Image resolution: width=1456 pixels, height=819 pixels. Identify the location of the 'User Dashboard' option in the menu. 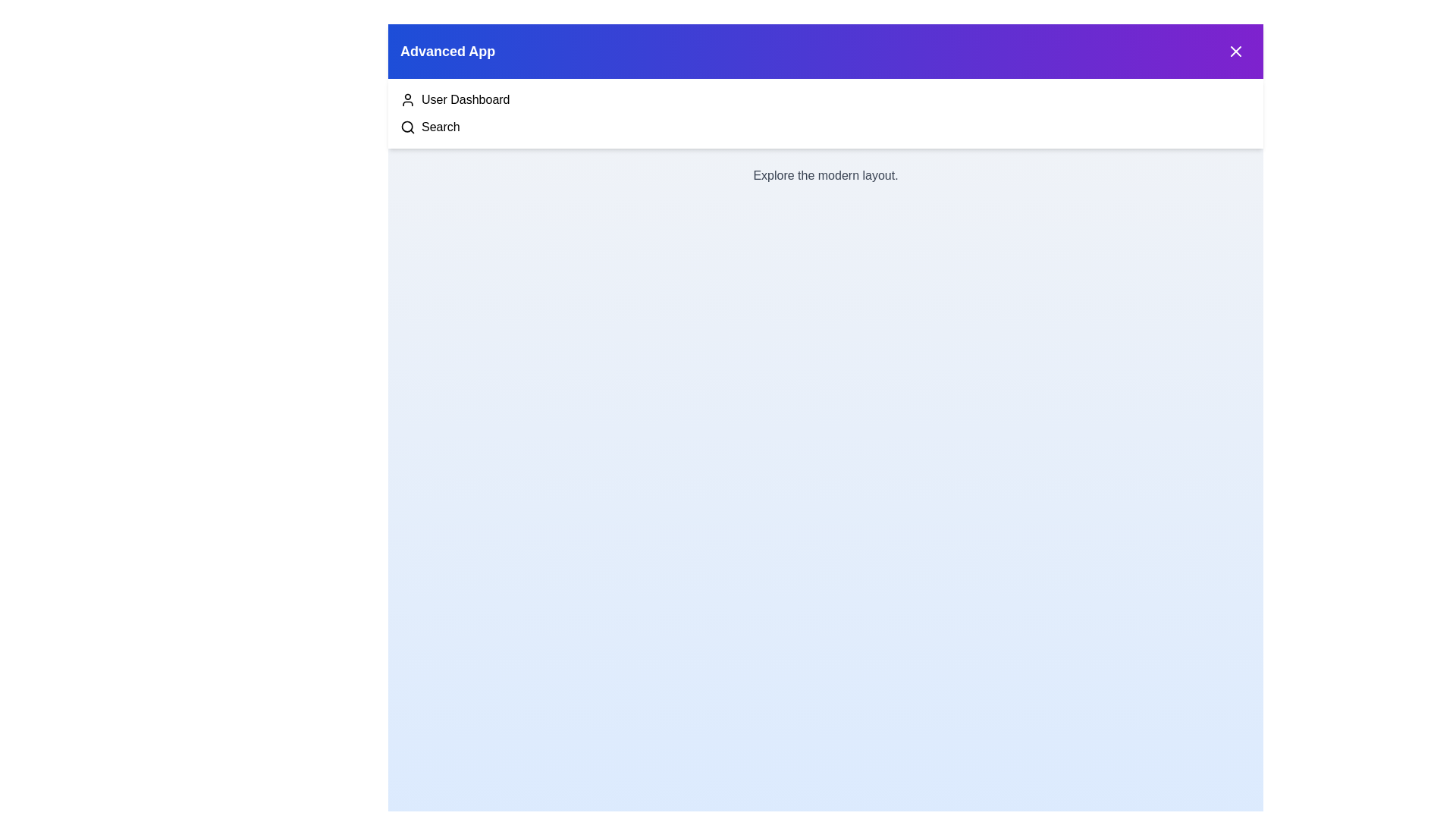
(465, 99).